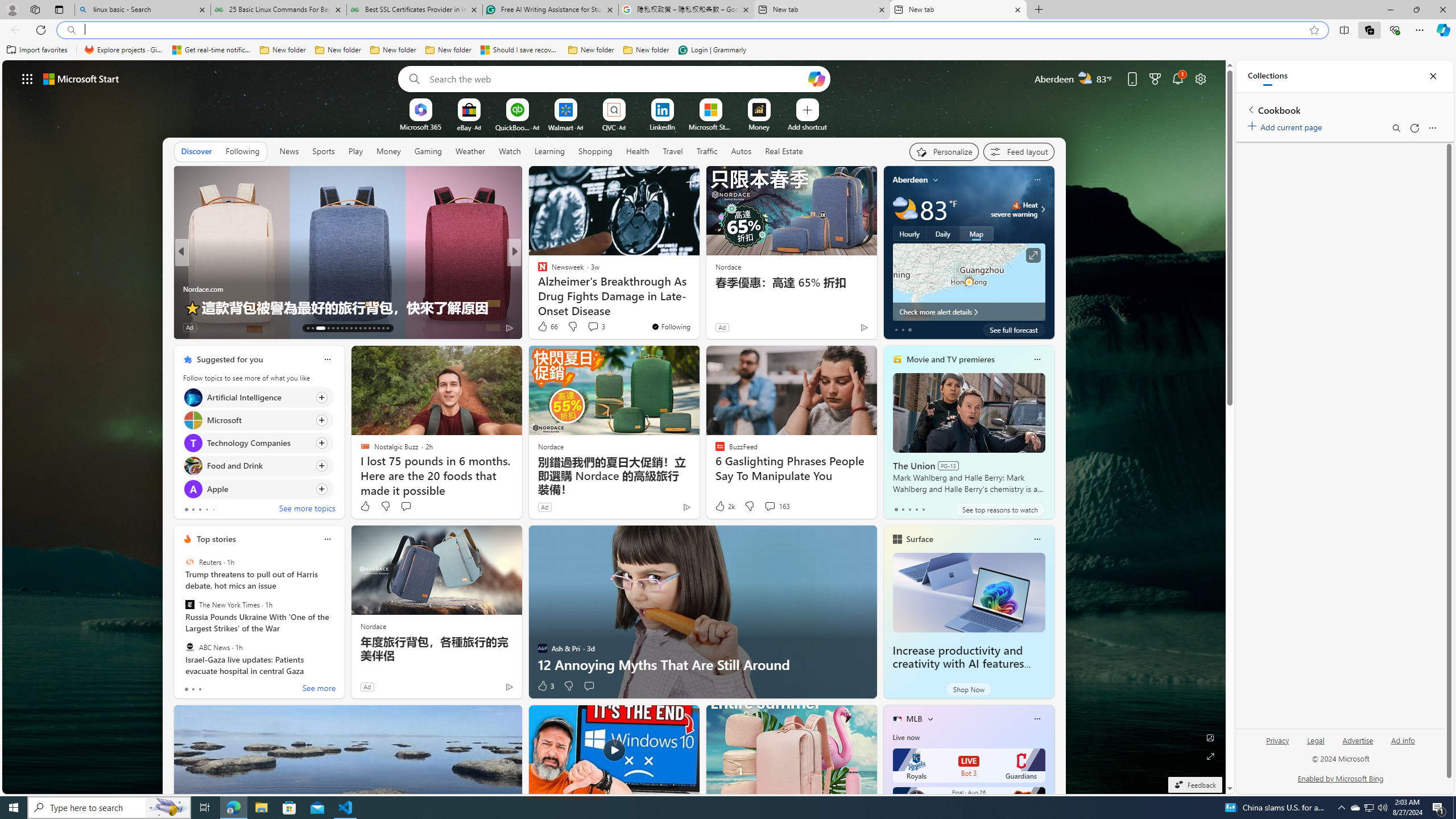 This screenshot has width=1456, height=819. Describe the element at coordinates (369, 328) in the screenshot. I see `'AutomationID: tab-25'` at that location.